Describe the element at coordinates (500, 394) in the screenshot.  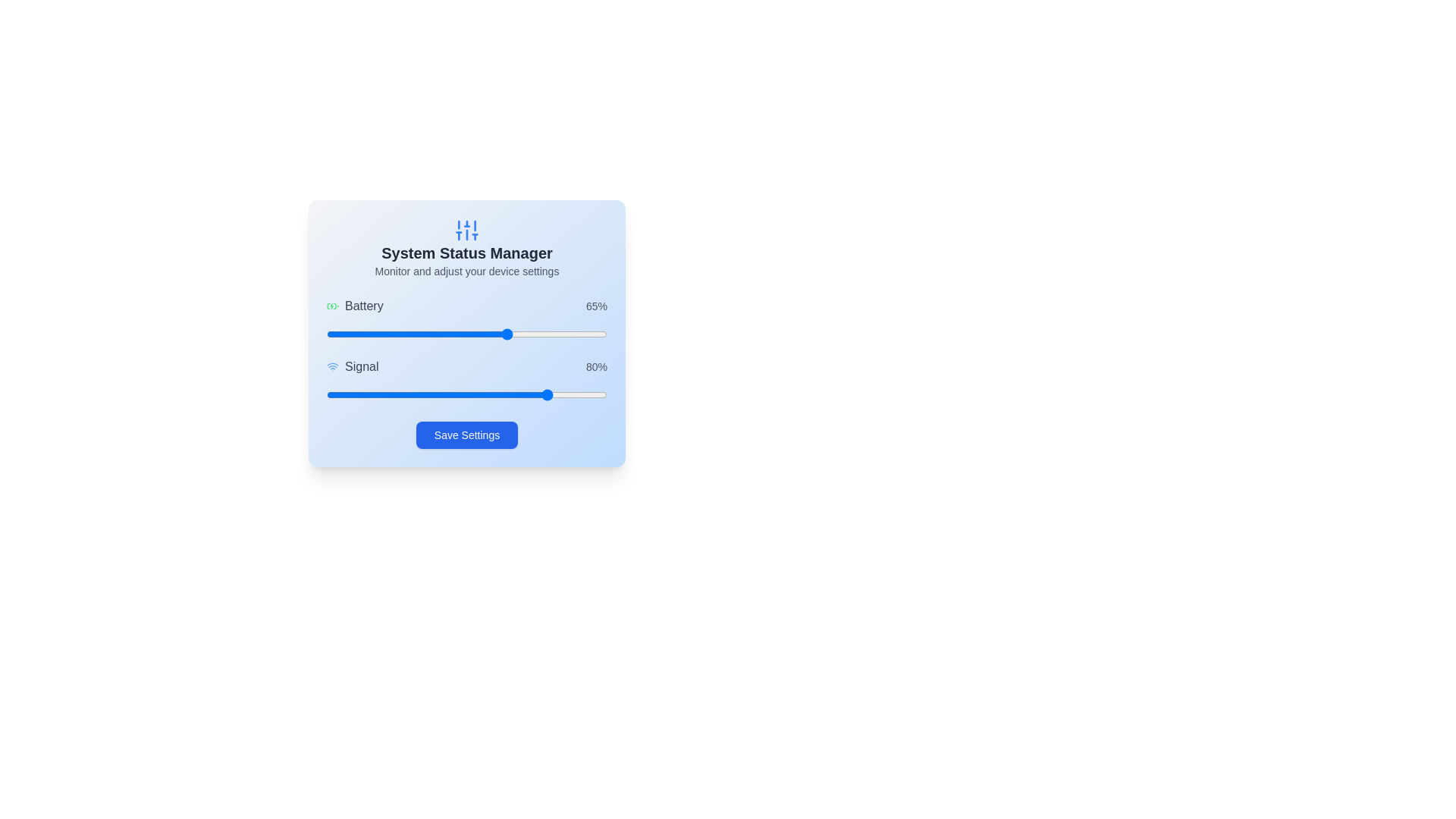
I see `the signal strength slider to 62%` at that location.